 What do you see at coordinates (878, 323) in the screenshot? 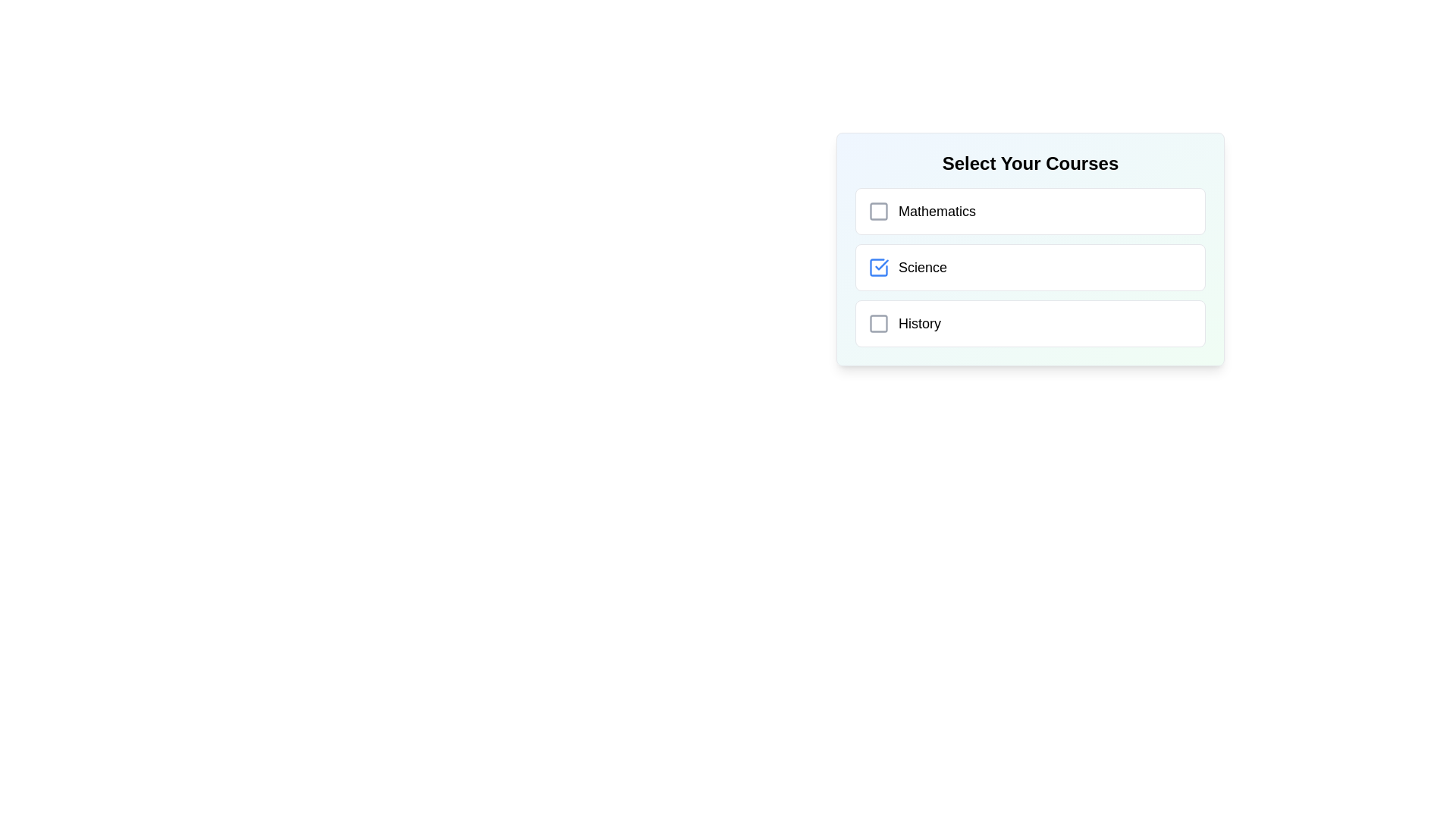
I see `the Checkbox icon for the 'History' option` at bounding box center [878, 323].